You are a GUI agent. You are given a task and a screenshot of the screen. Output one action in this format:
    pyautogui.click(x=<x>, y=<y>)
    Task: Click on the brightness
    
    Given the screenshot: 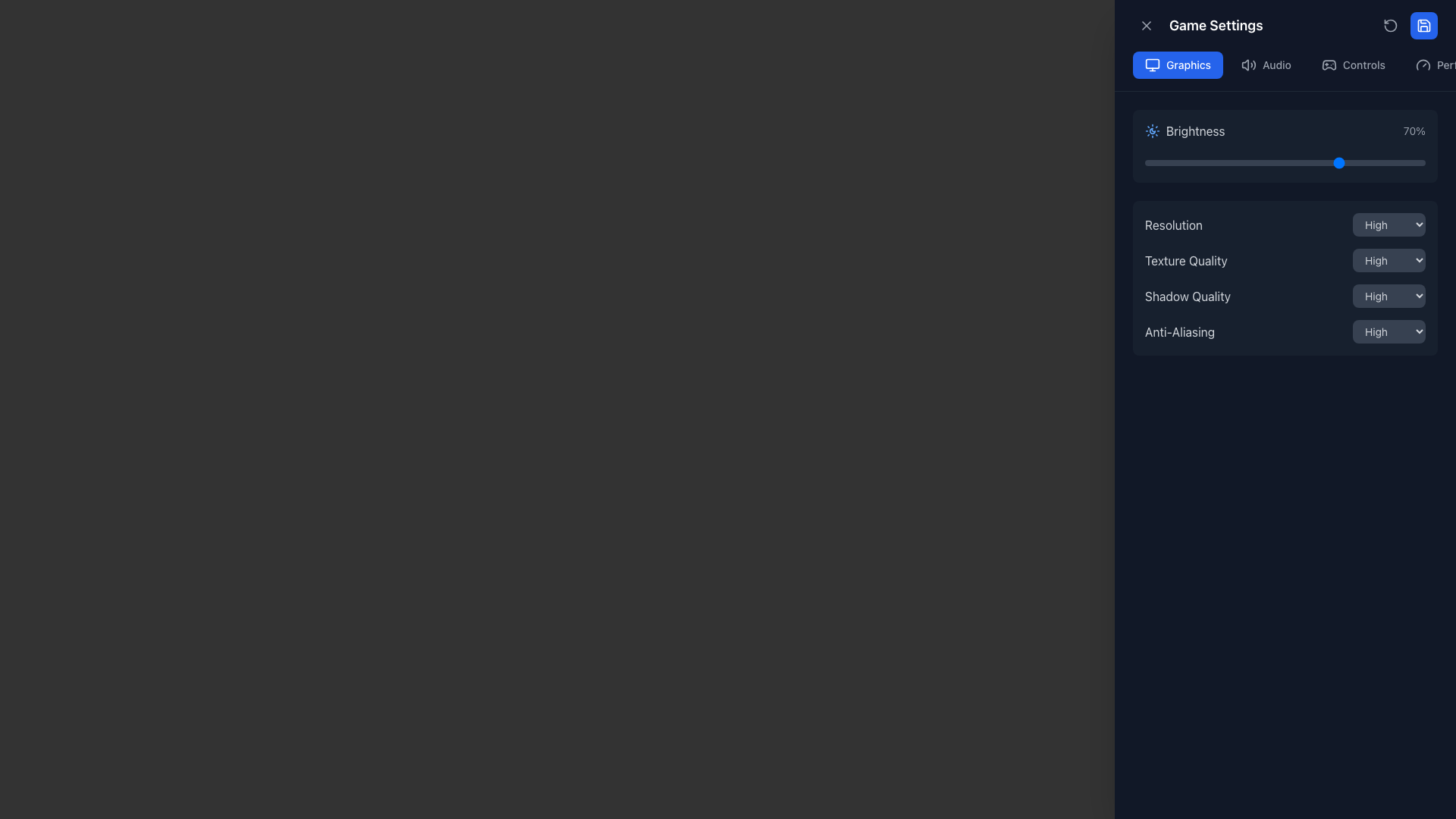 What is the action you would take?
    pyautogui.click(x=1419, y=163)
    